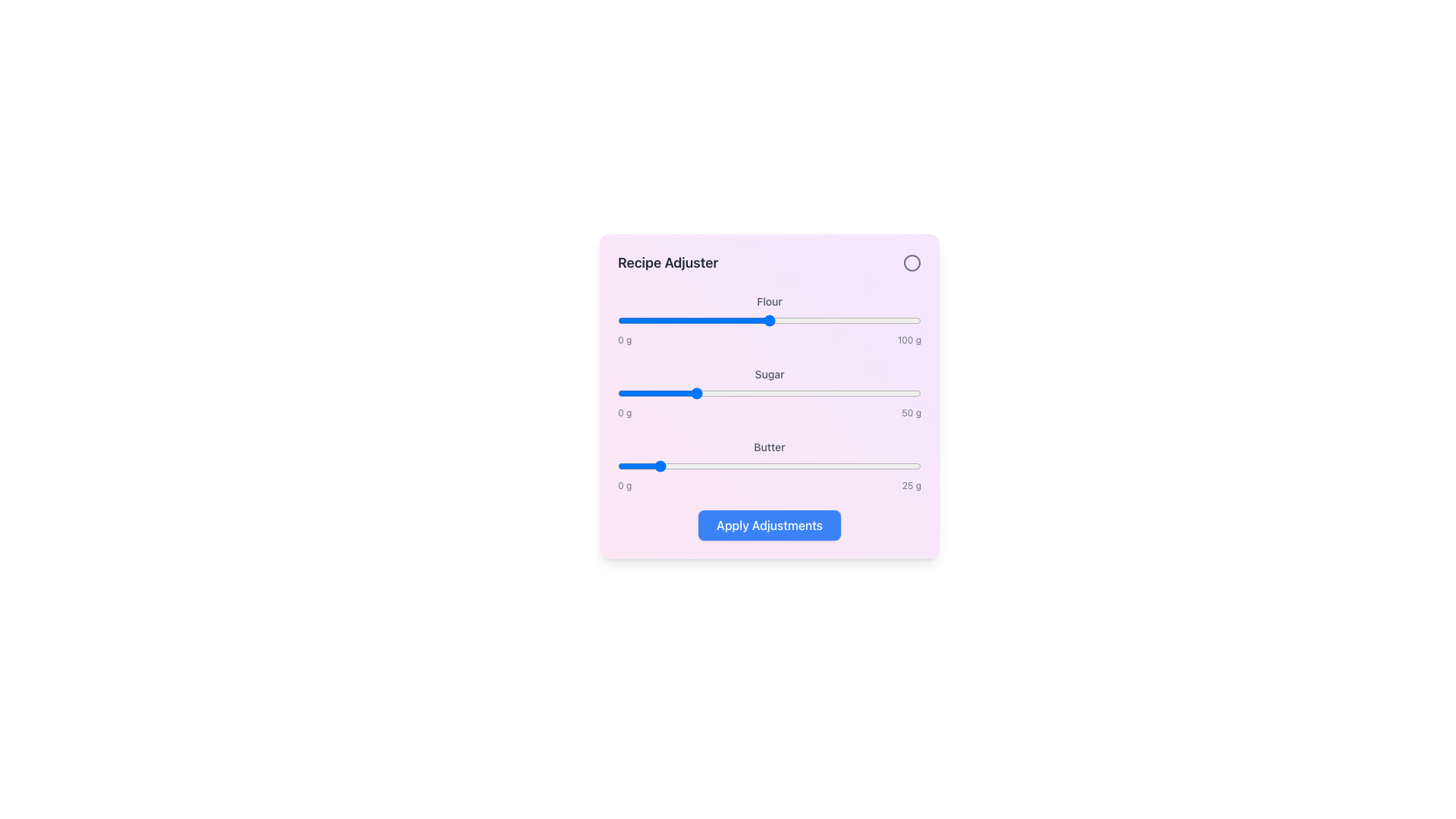 The width and height of the screenshot is (1456, 819). What do you see at coordinates (769, 320) in the screenshot?
I see `the circular handle of the horizontal slider control for 'Flour', which is visually represented by a gradient bar with yellow on the left and red on the right, located at the top of the three-slider interface` at bounding box center [769, 320].